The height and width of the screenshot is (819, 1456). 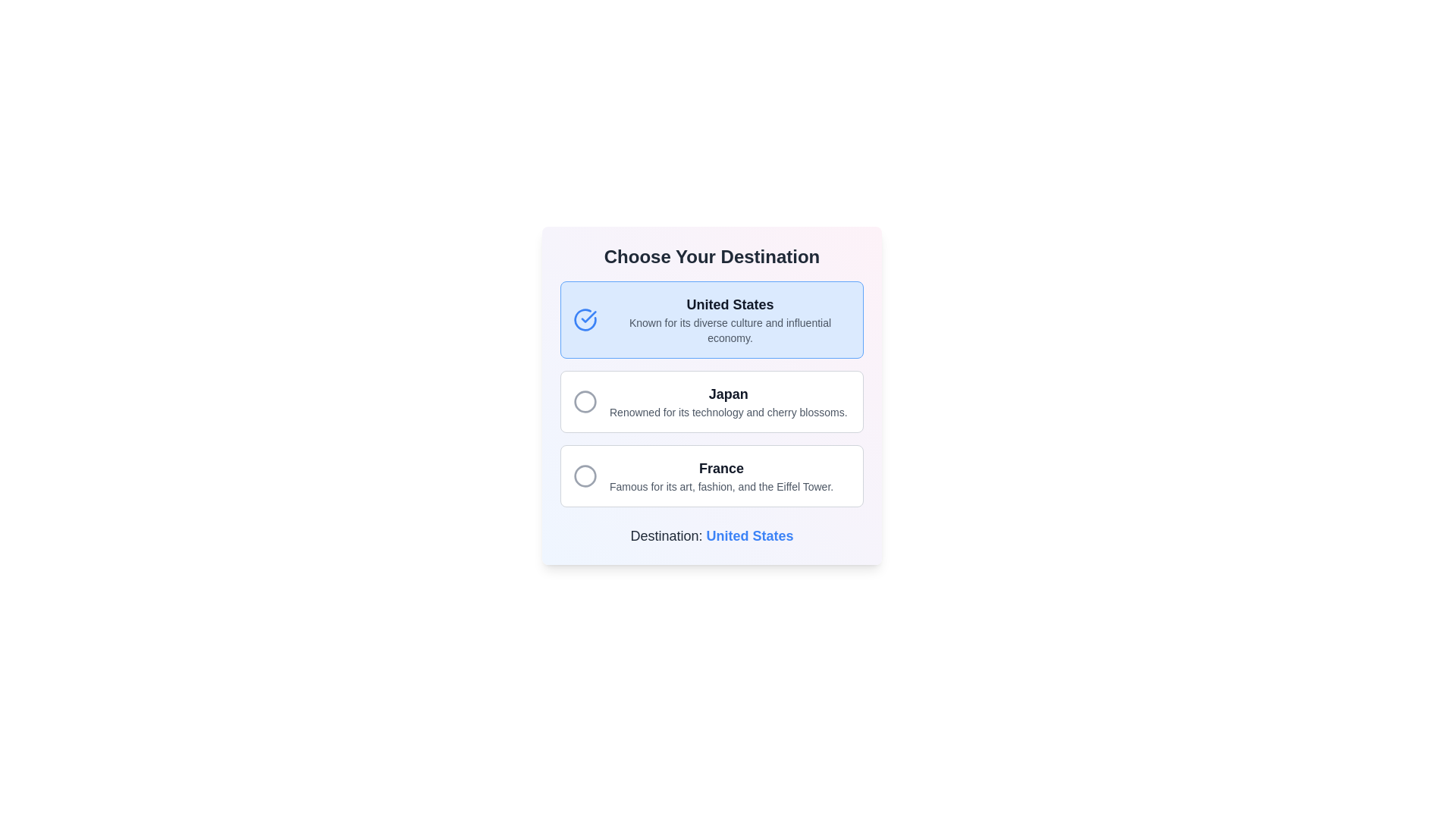 I want to click on the title label for the interactive option about the 'United States', which is the first item in the list under the heading 'Choose Your Destination', so click(x=730, y=304).